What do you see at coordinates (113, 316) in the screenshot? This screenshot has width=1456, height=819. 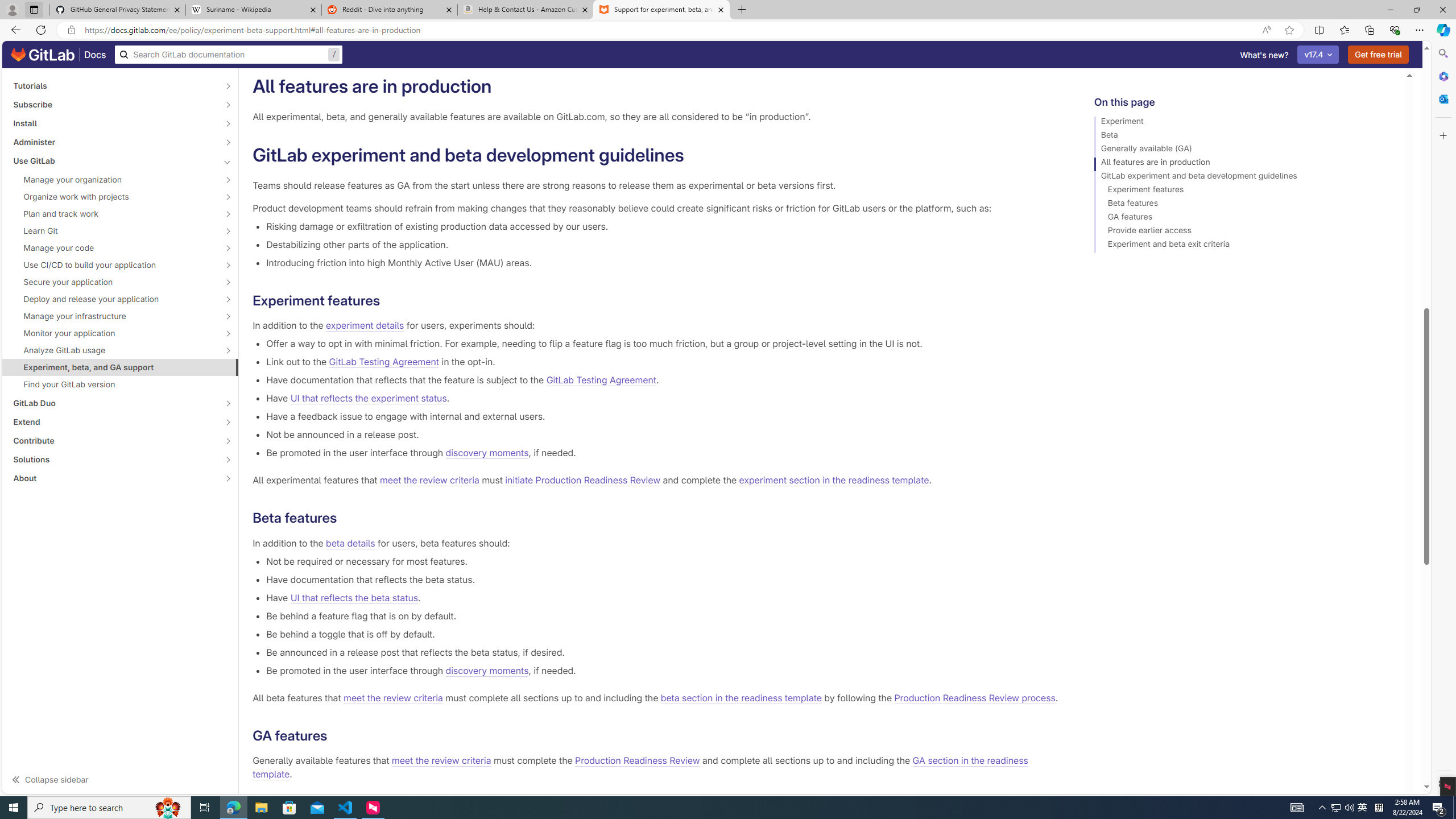 I see `'Manage your infrastructure'` at bounding box center [113, 316].